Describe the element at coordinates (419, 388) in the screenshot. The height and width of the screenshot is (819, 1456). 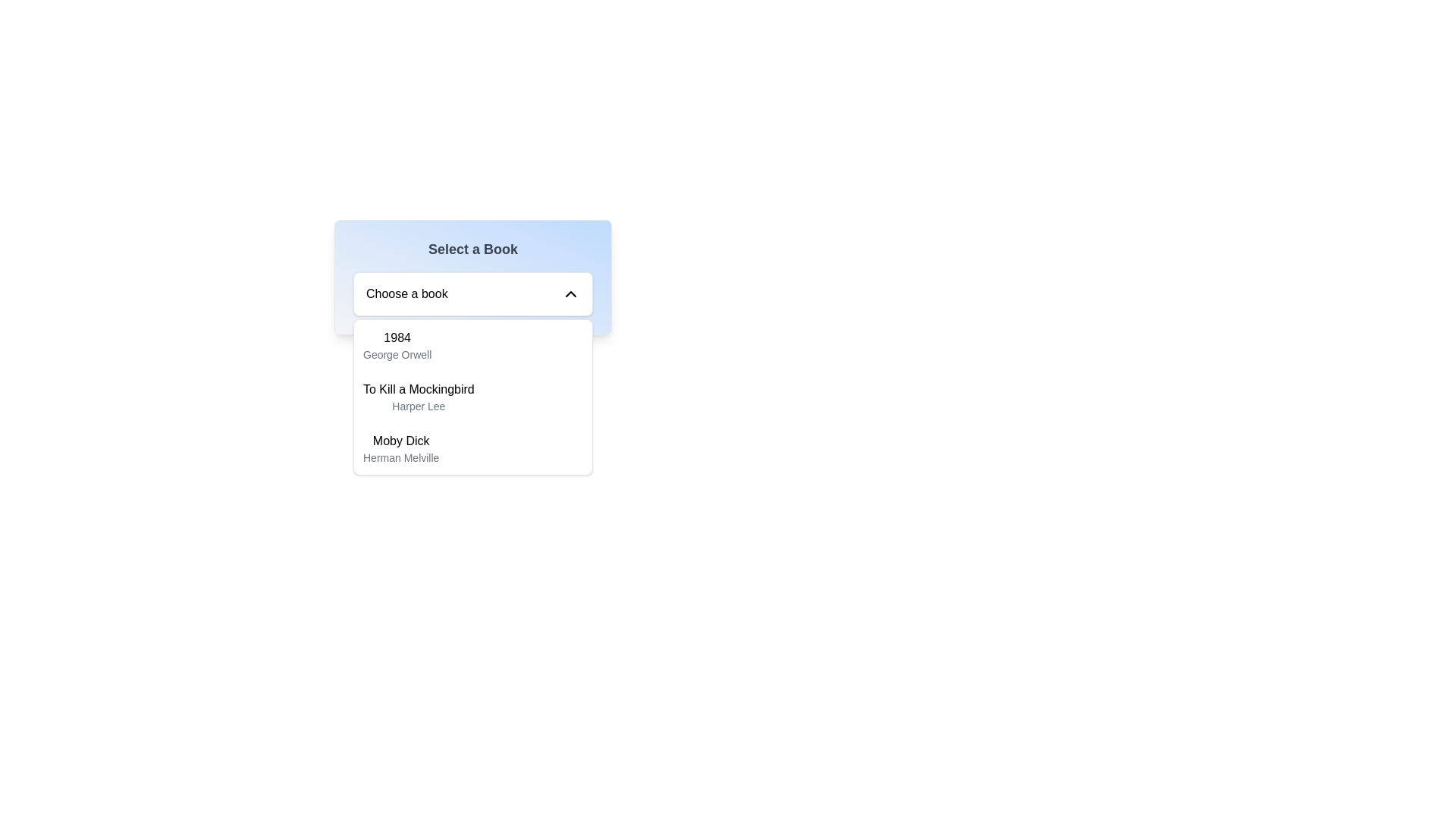
I see `displayed text of the title 'To Kill a Mockingbird' located in the dropdown selection box beneath the 'Choose a Book' label, positioned as the second list item` at that location.